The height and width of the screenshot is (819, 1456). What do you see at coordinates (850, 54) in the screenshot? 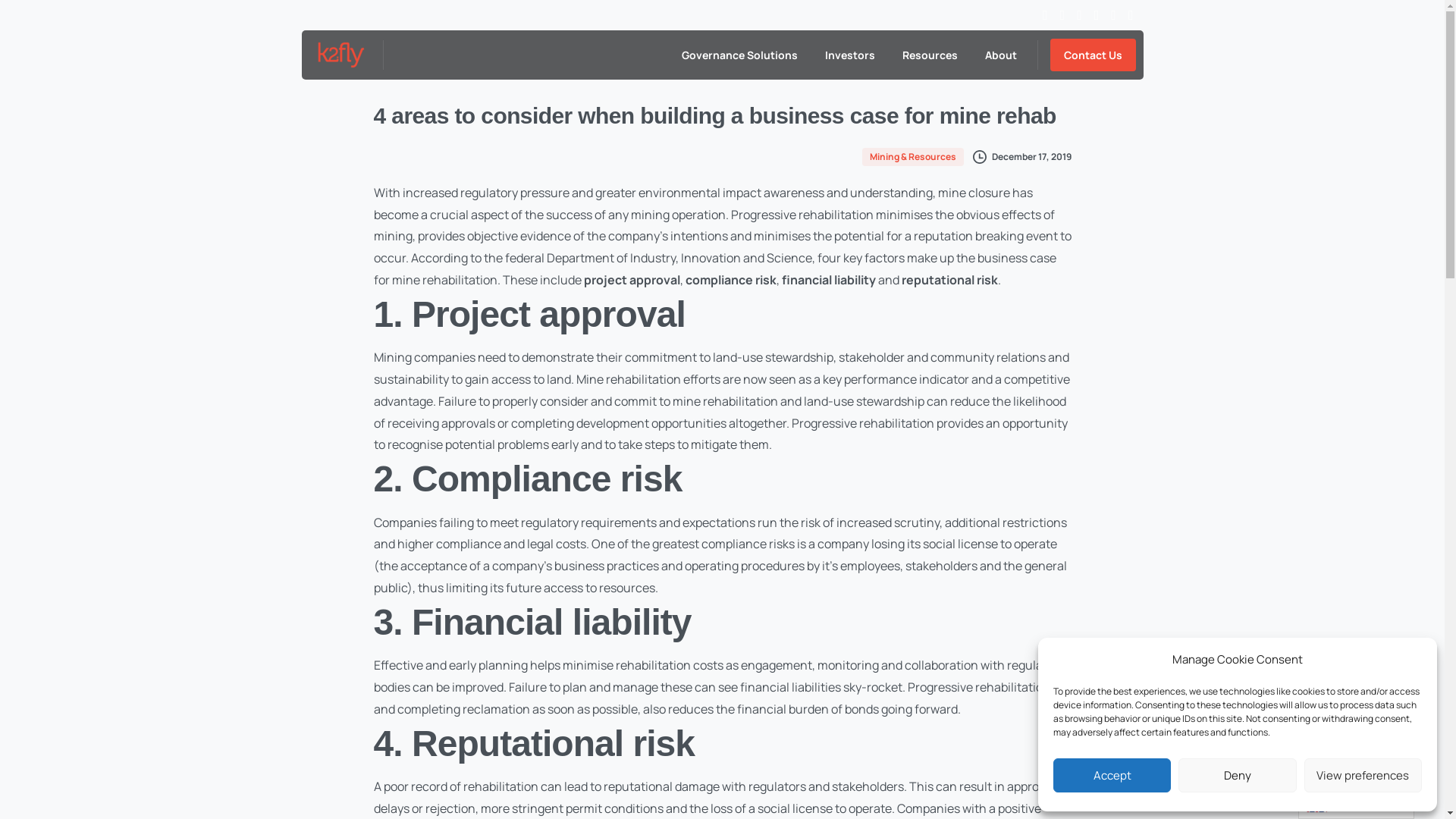
I see `'Investors'` at bounding box center [850, 54].